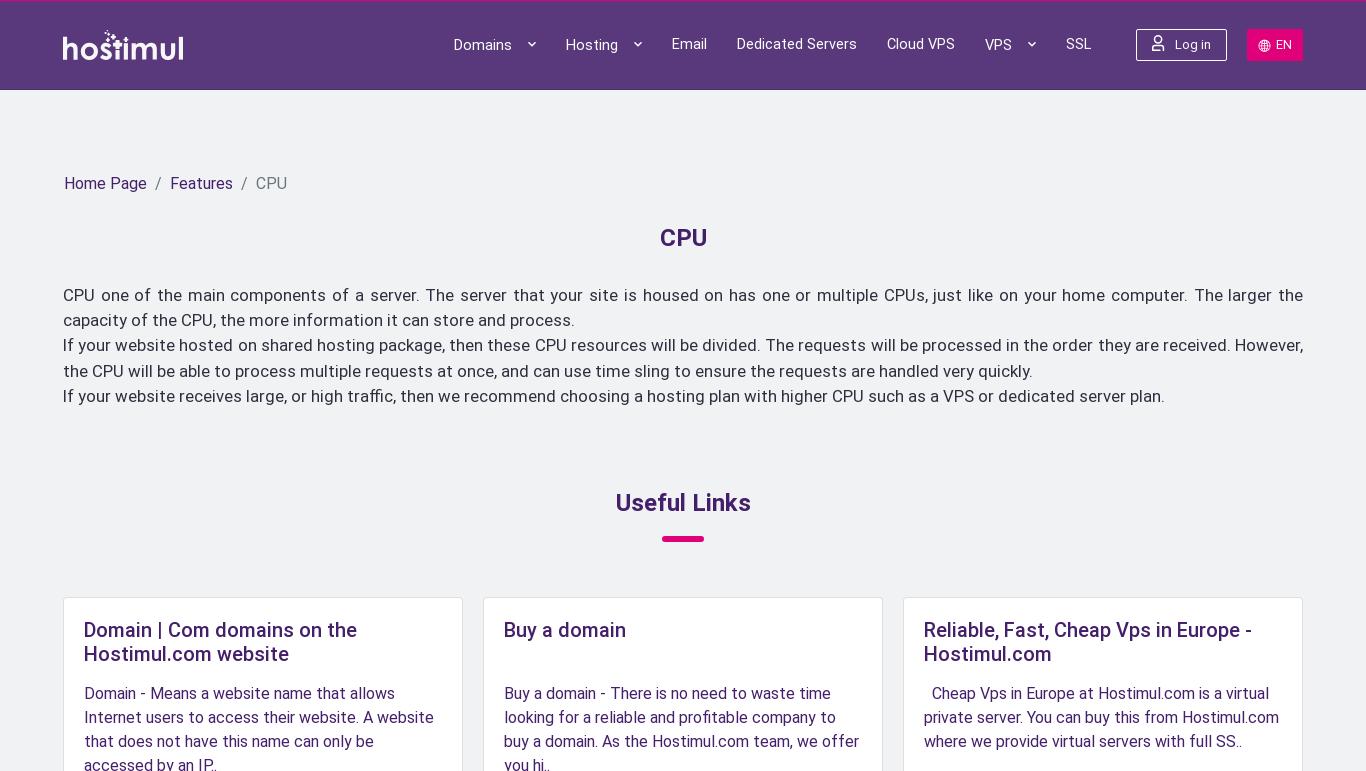 Image resolution: width=1366 pixels, height=771 pixels. Describe the element at coordinates (683, 357) in the screenshot. I see `'If your website hosted on shared hosting package, then these CPU resources will be divided. The requests will be processed in the order they are received. However, the CPU will be able to process multiple requests at once, and can use time sling to ensure the requests are handled very quickly.'` at that location.